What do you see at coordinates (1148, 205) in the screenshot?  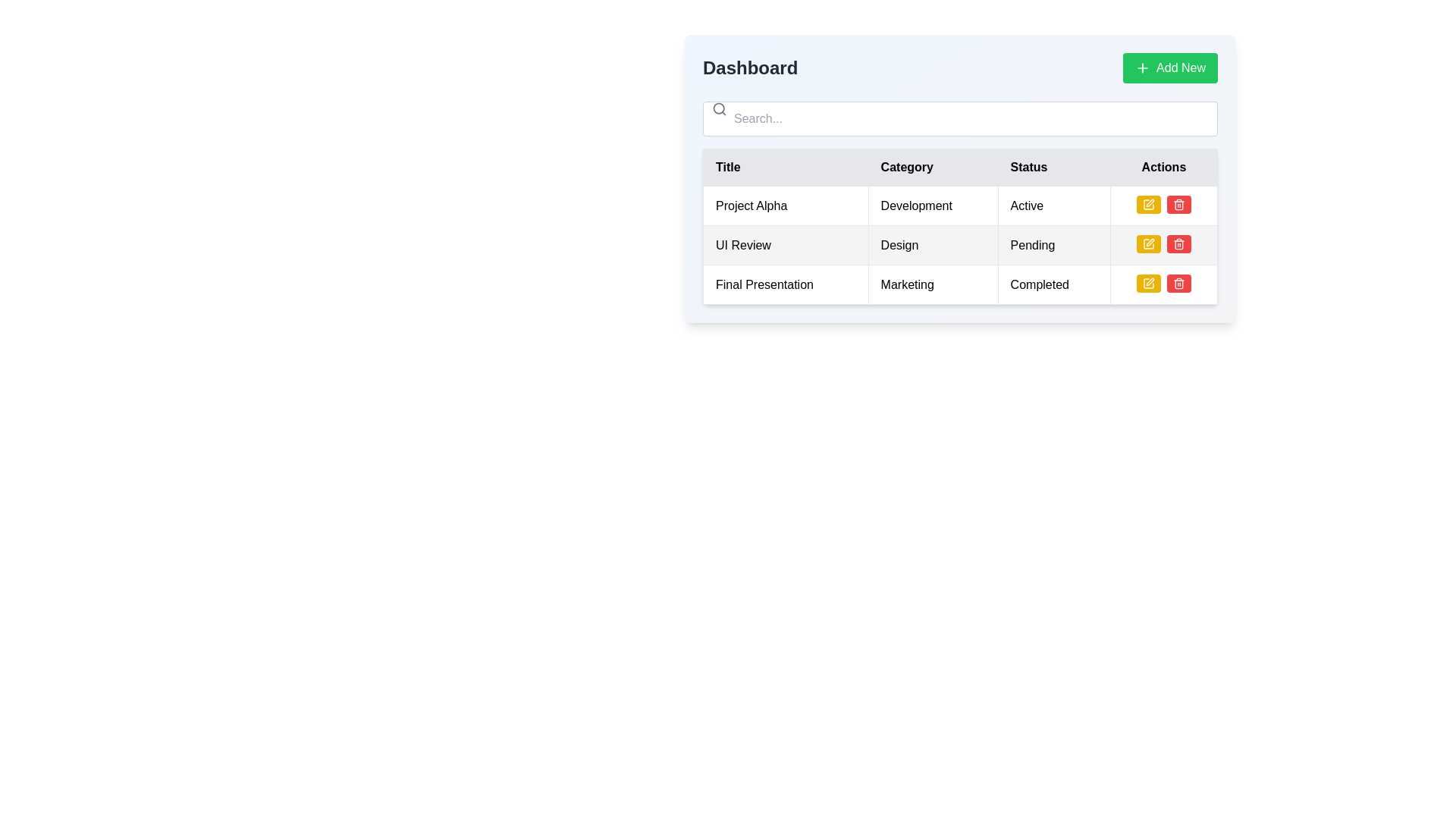 I see `the small rectangular button with a yellow background and white text, featuring a pen icon, located in the 'Actions' column of the first row in a table` at bounding box center [1148, 205].